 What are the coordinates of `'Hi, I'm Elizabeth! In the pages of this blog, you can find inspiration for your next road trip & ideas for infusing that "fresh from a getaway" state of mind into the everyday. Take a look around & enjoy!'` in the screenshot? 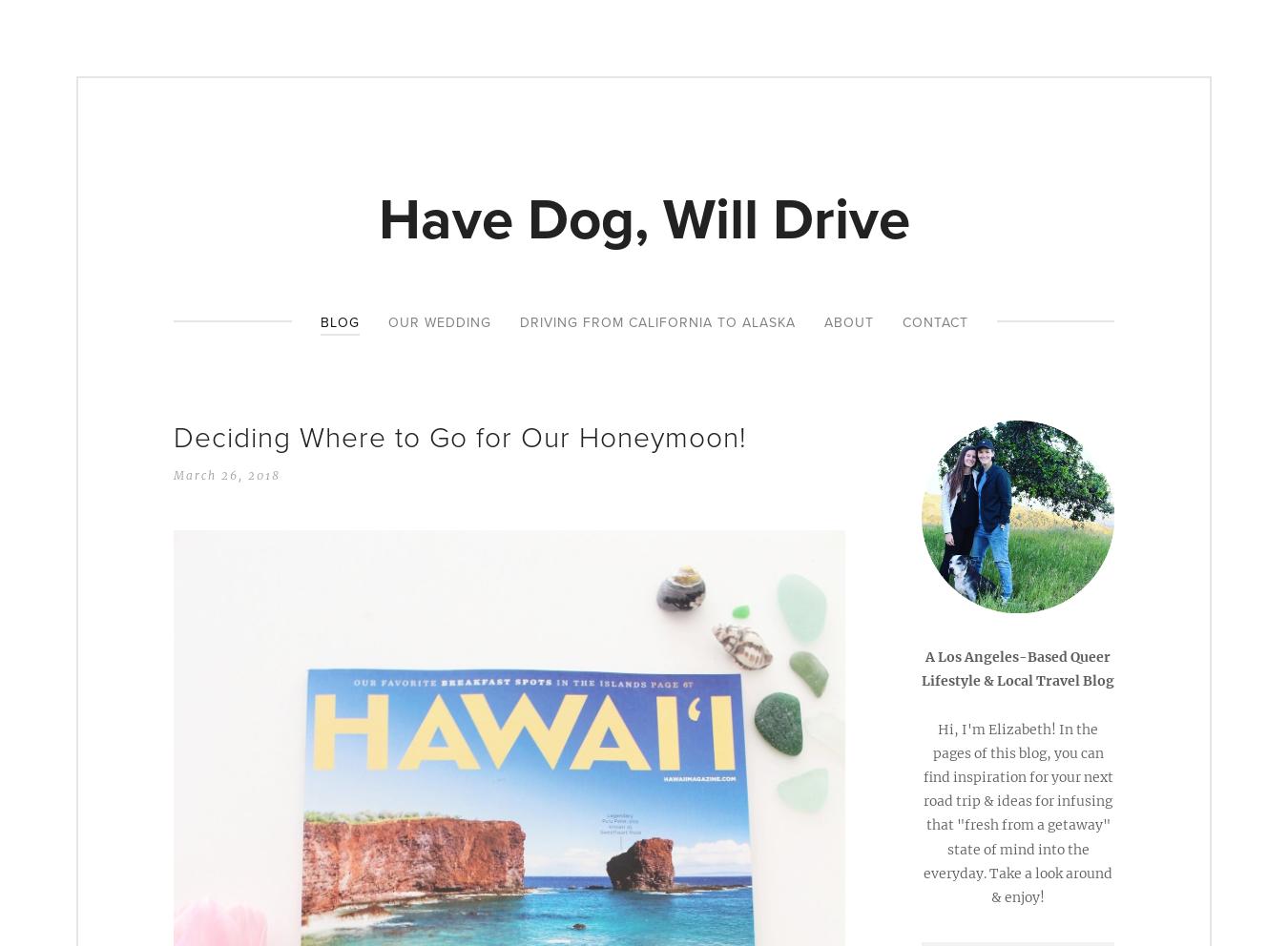 It's located at (922, 812).